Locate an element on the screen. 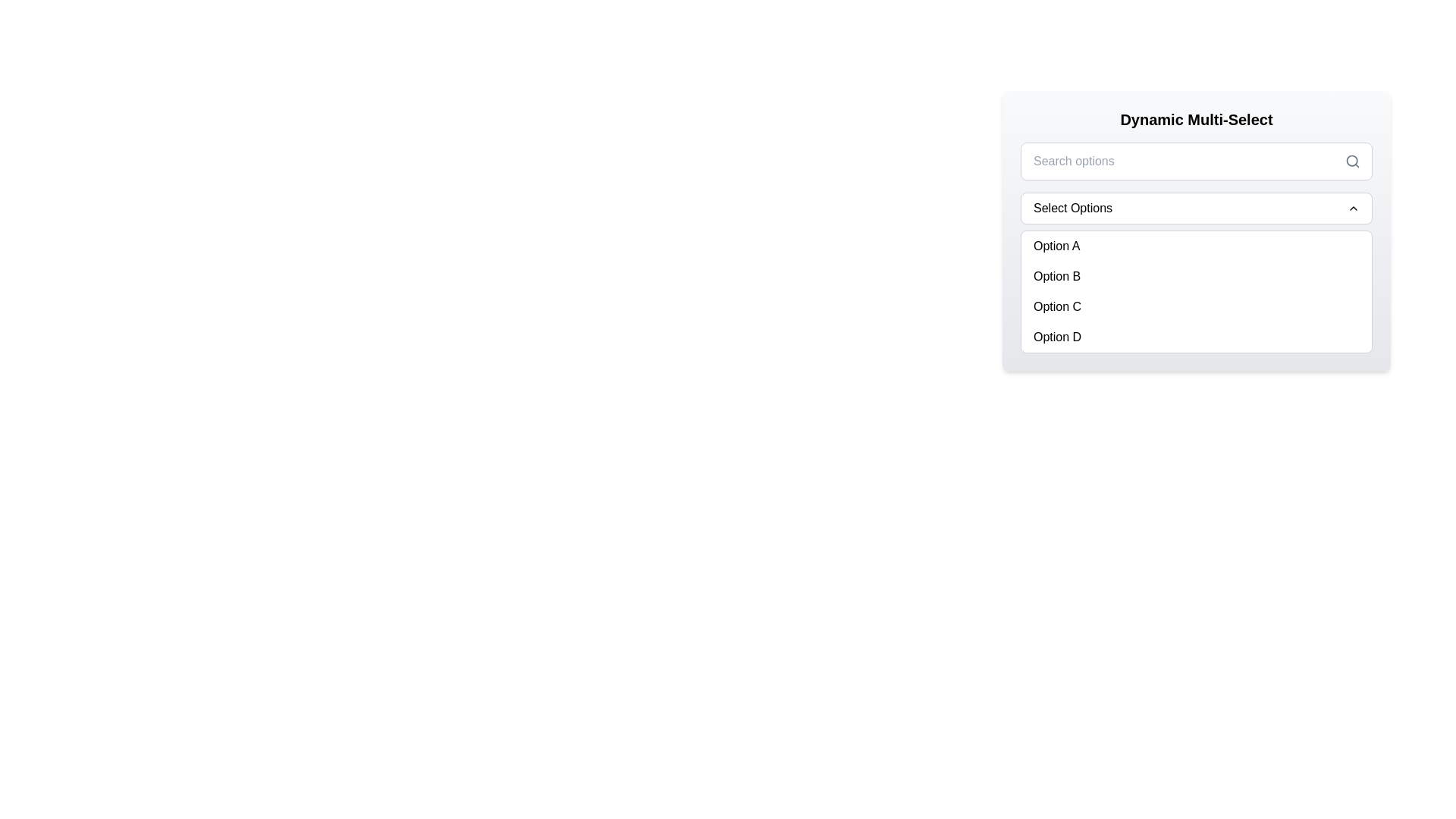 The height and width of the screenshot is (819, 1456). details or styles of the fourth option 'Option D' in the dropdown menu, which is a clickable list item positioned centrally below the previous options is located at coordinates (1196, 336).